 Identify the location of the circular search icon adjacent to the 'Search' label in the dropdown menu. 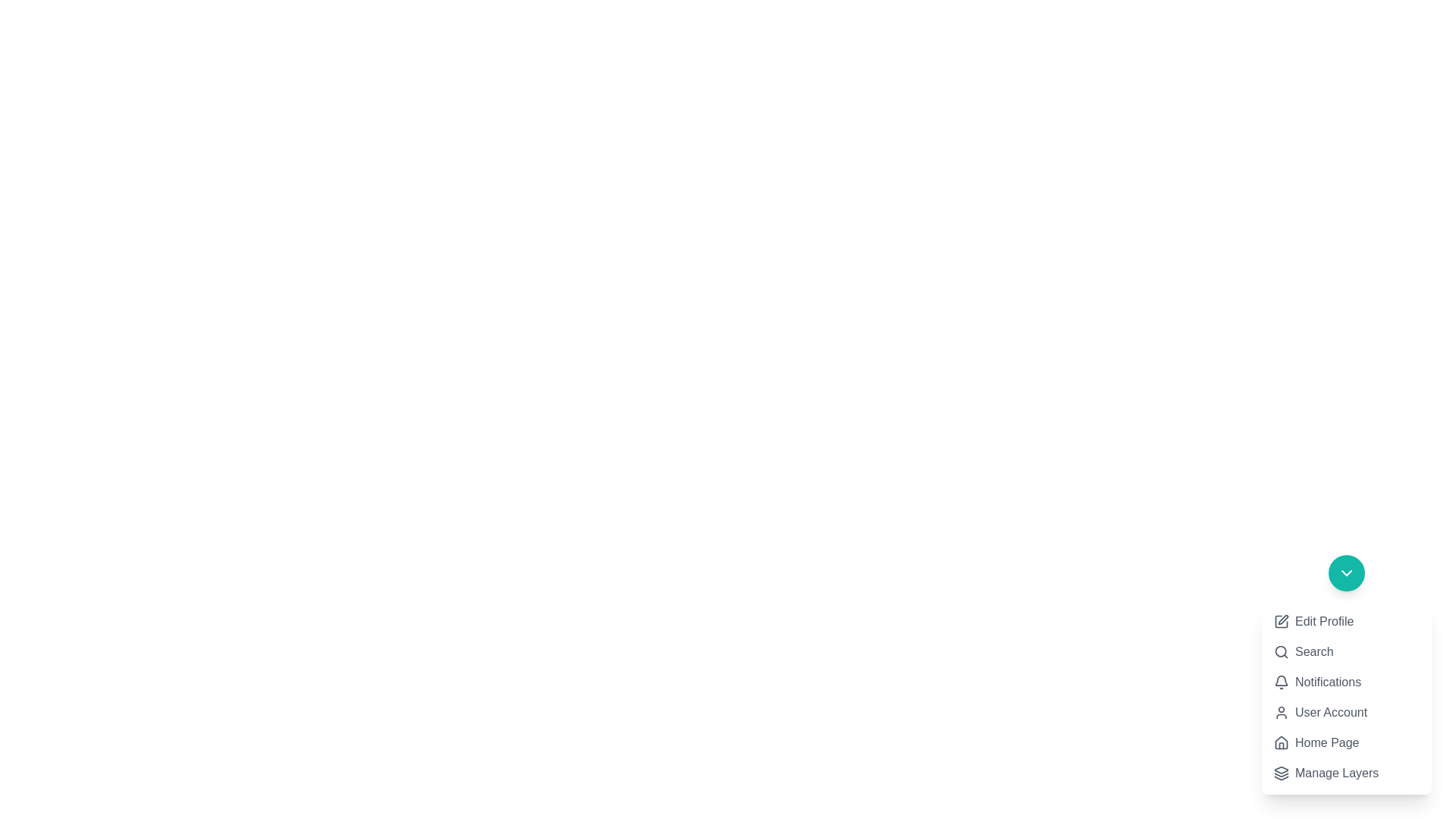
(1280, 651).